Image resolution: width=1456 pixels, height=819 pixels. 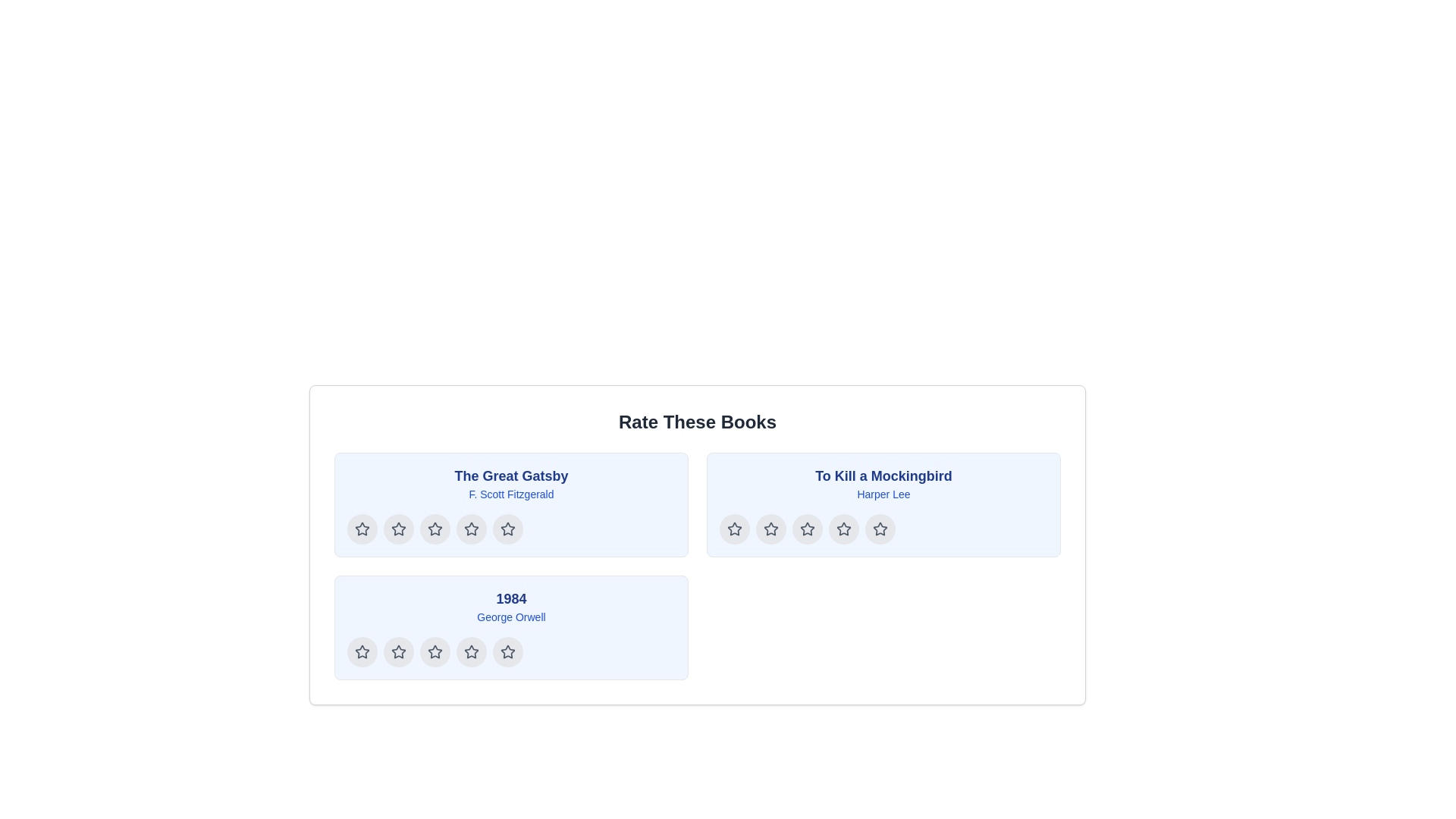 What do you see at coordinates (883, 475) in the screenshot?
I see `the main title text label of the book, located at the top of its containing card, above the text 'Harper Lee'` at bounding box center [883, 475].